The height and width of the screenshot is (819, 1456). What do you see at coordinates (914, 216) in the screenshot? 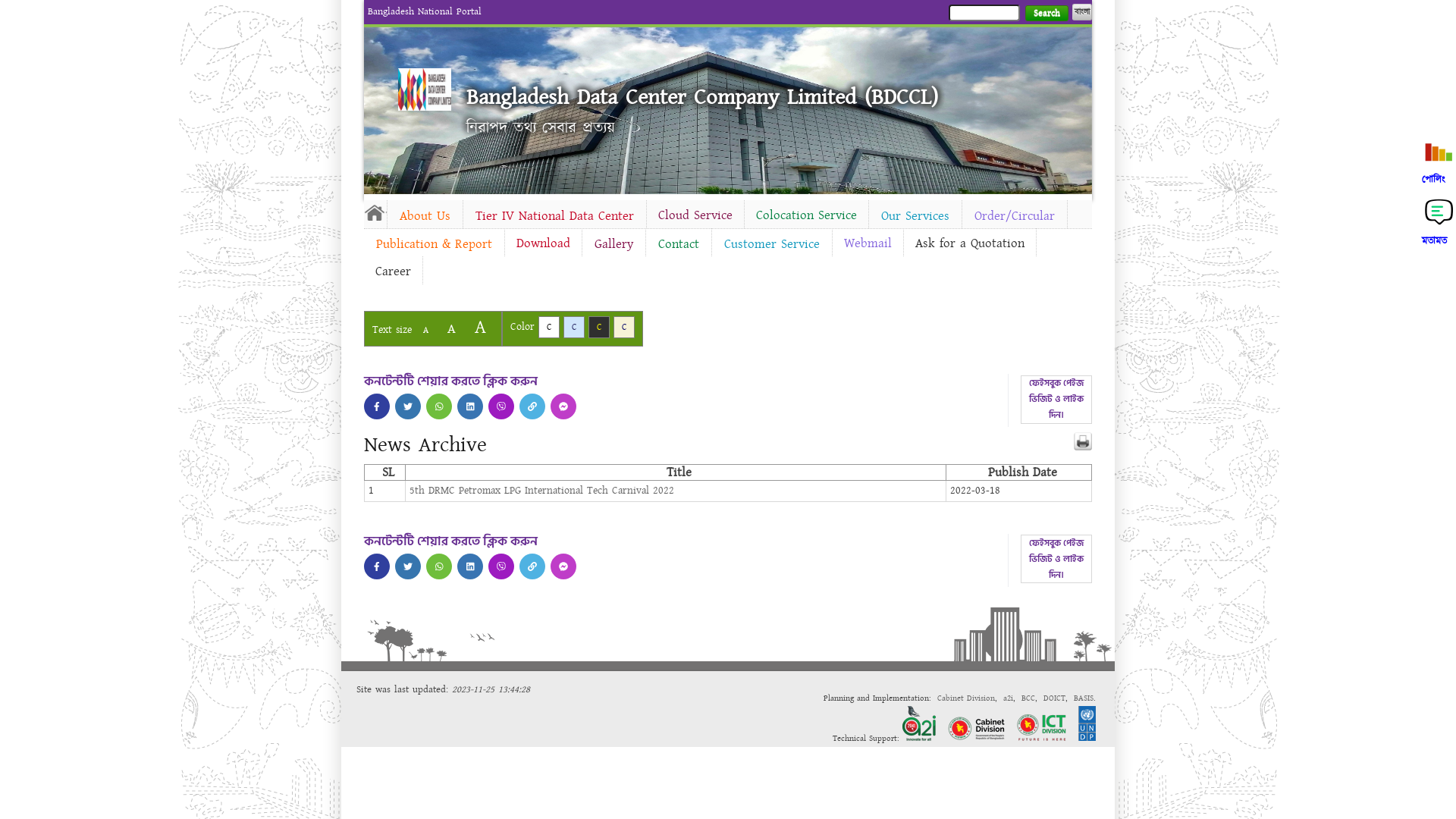
I see `'Our Services'` at bounding box center [914, 216].